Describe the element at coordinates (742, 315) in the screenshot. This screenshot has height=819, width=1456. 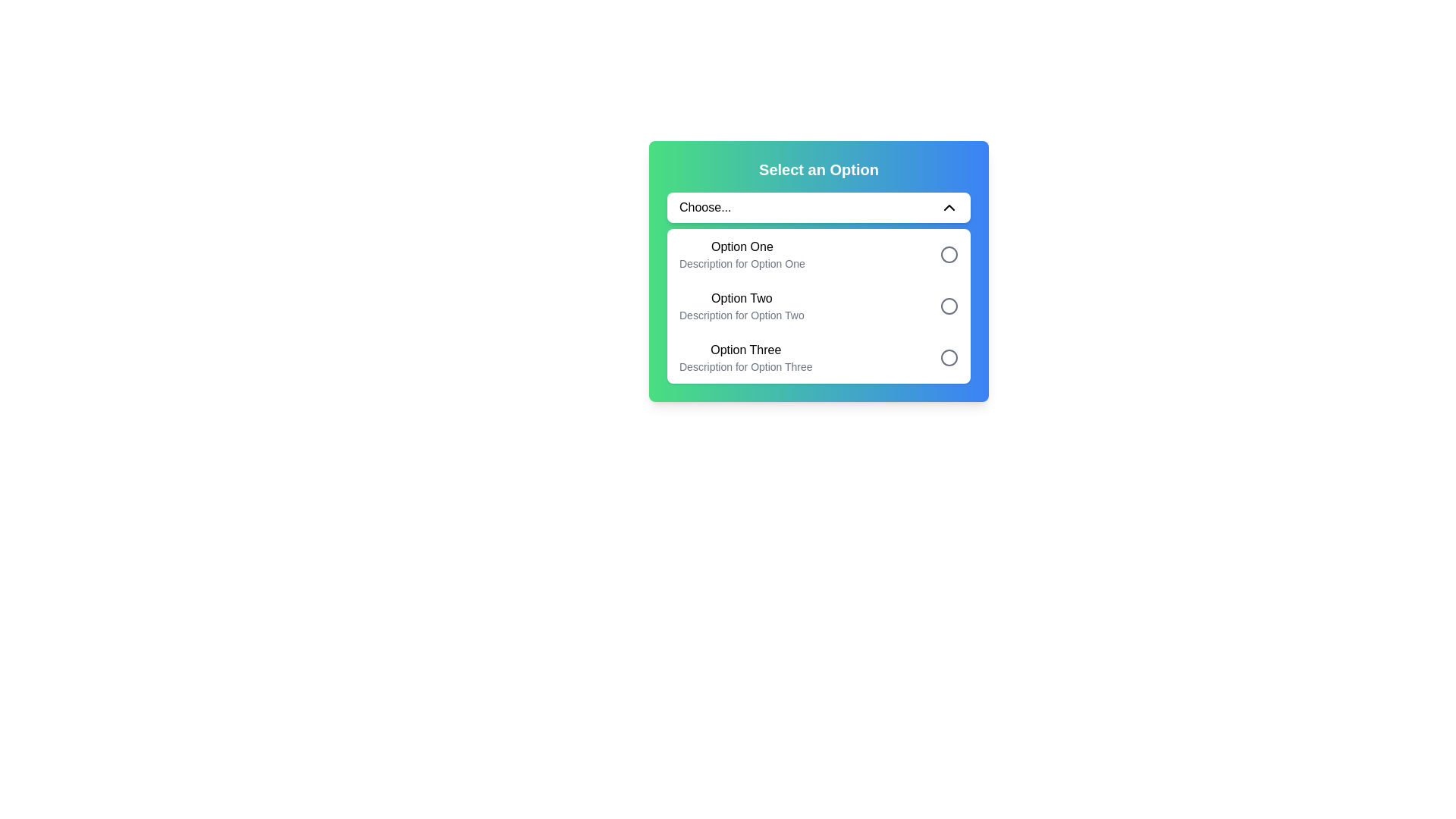
I see `the static text that serves as a descriptive subtitle for 'Option Two', positioned directly below the sibling text in the dropdown box` at that location.